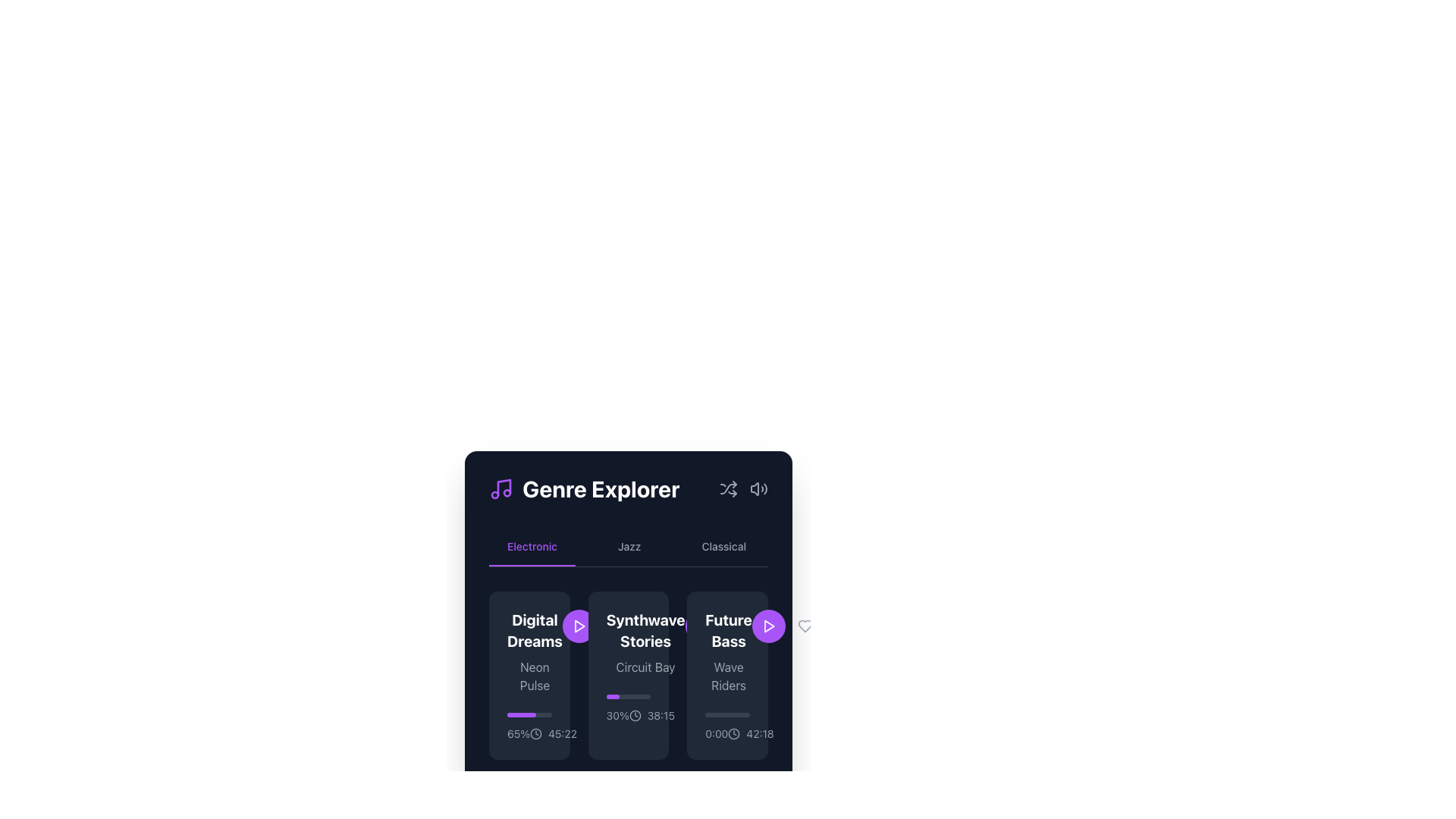 The image size is (1456, 819). I want to click on the time value displayed in the progress indicator located within the 'Digital Dreams' card, below the progress bar and percentage value, so click(529, 726).